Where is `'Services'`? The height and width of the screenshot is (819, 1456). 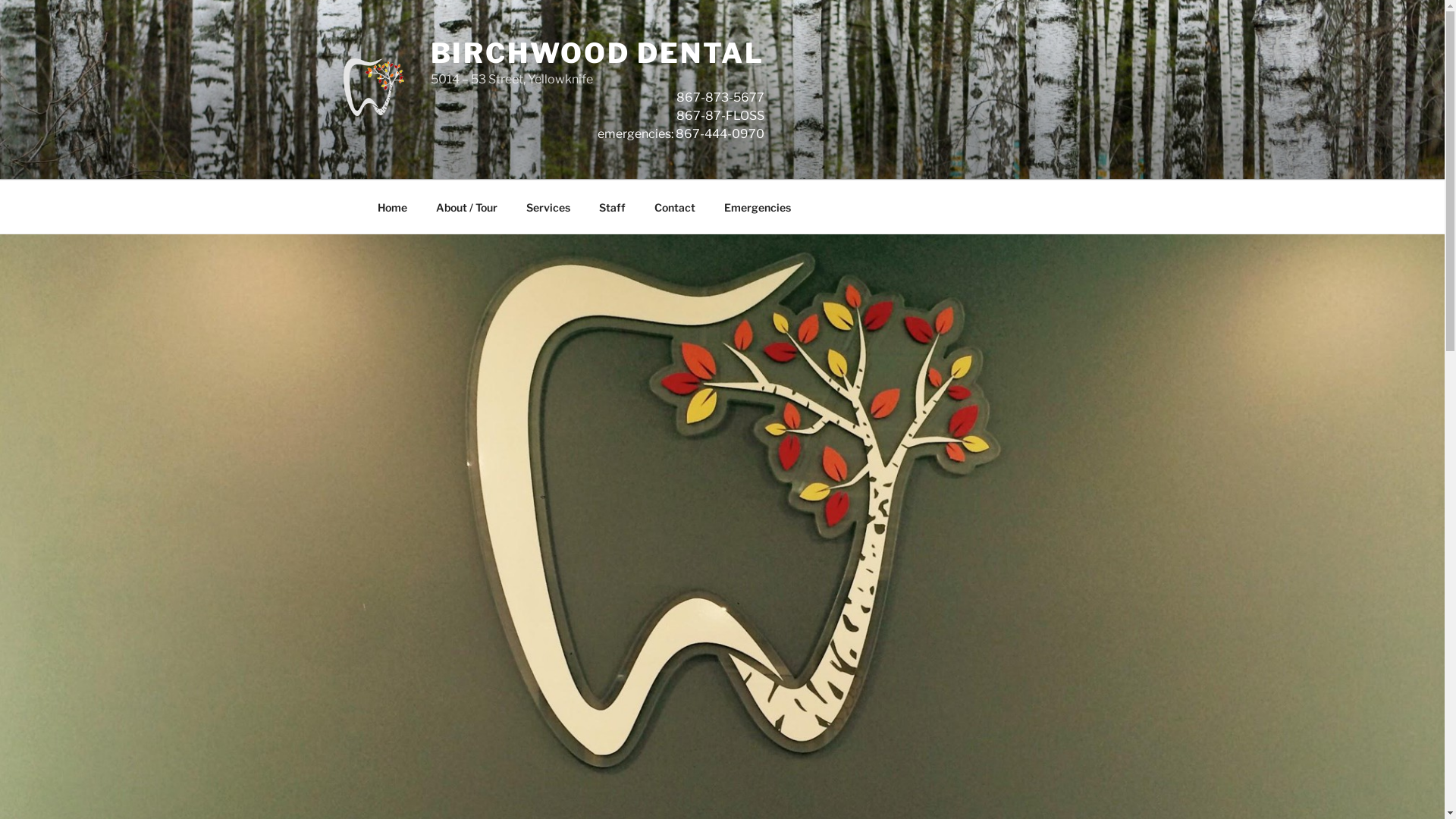 'Services' is located at coordinates (513, 206).